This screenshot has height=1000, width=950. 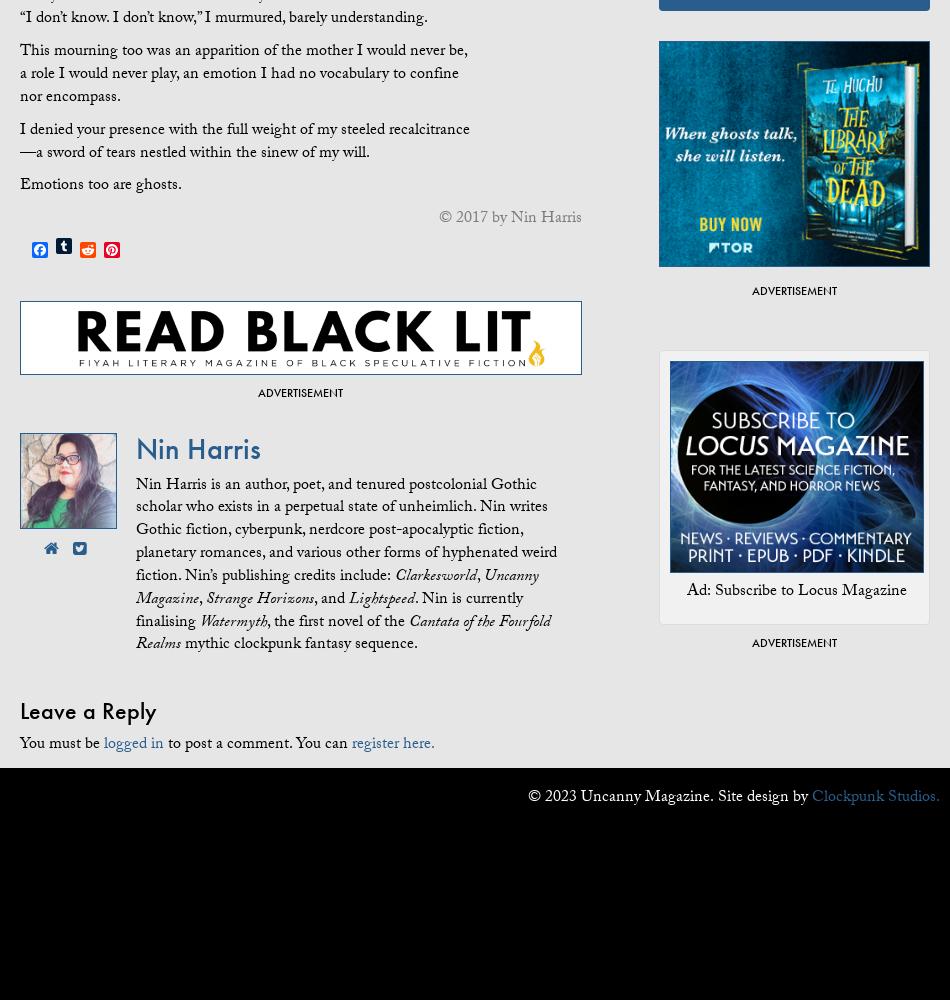 What do you see at coordinates (342, 634) in the screenshot?
I see `'Cantata of the Fourfold Realms'` at bounding box center [342, 634].